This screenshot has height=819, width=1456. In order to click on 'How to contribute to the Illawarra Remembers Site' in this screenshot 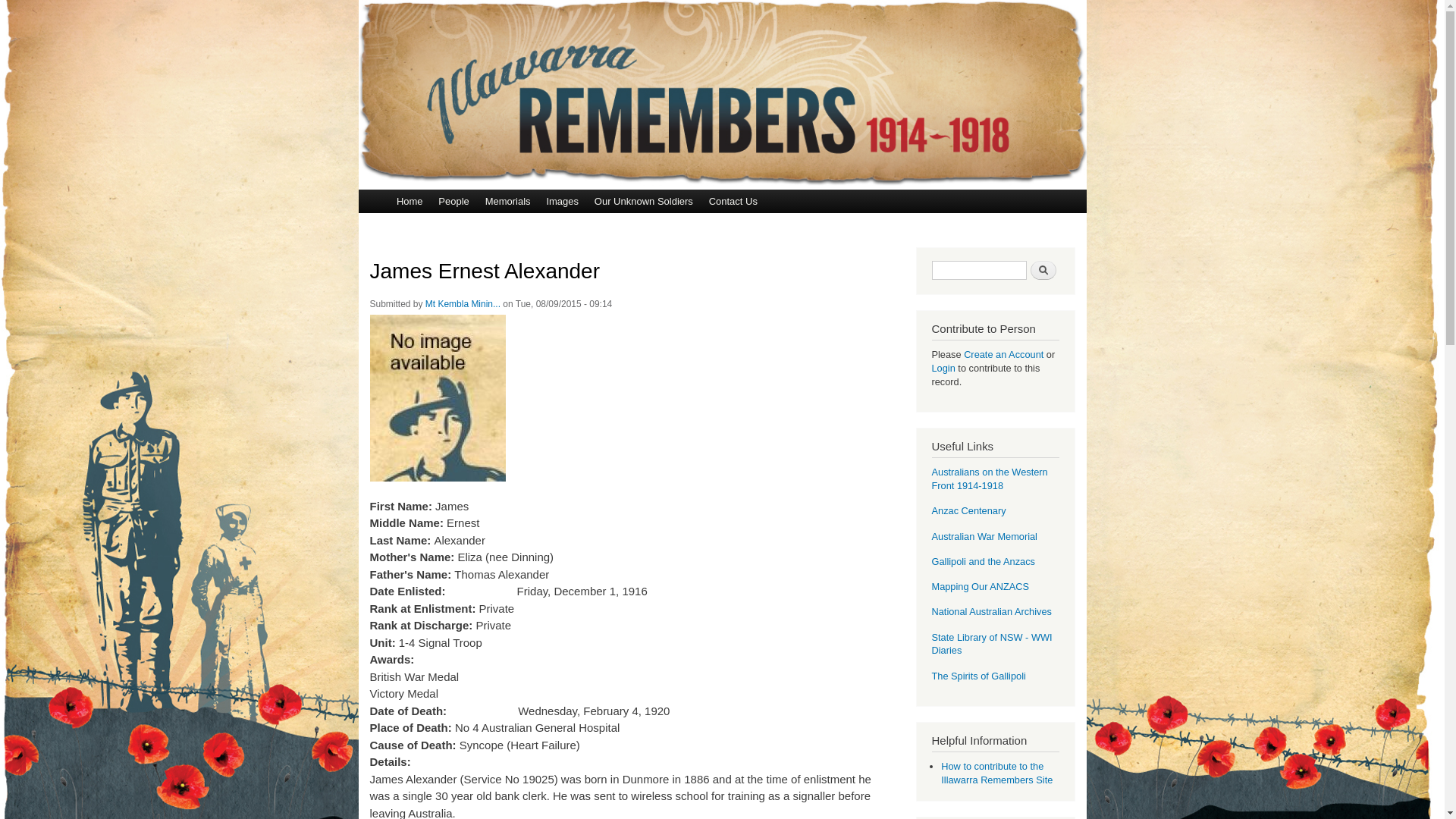, I will do `click(940, 773)`.